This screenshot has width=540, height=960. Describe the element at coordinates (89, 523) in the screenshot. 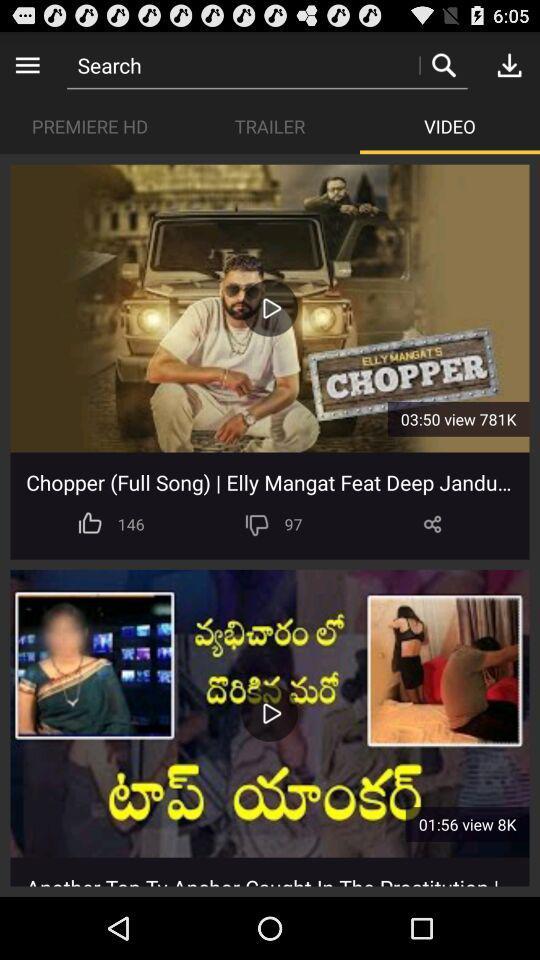

I see `like` at that location.